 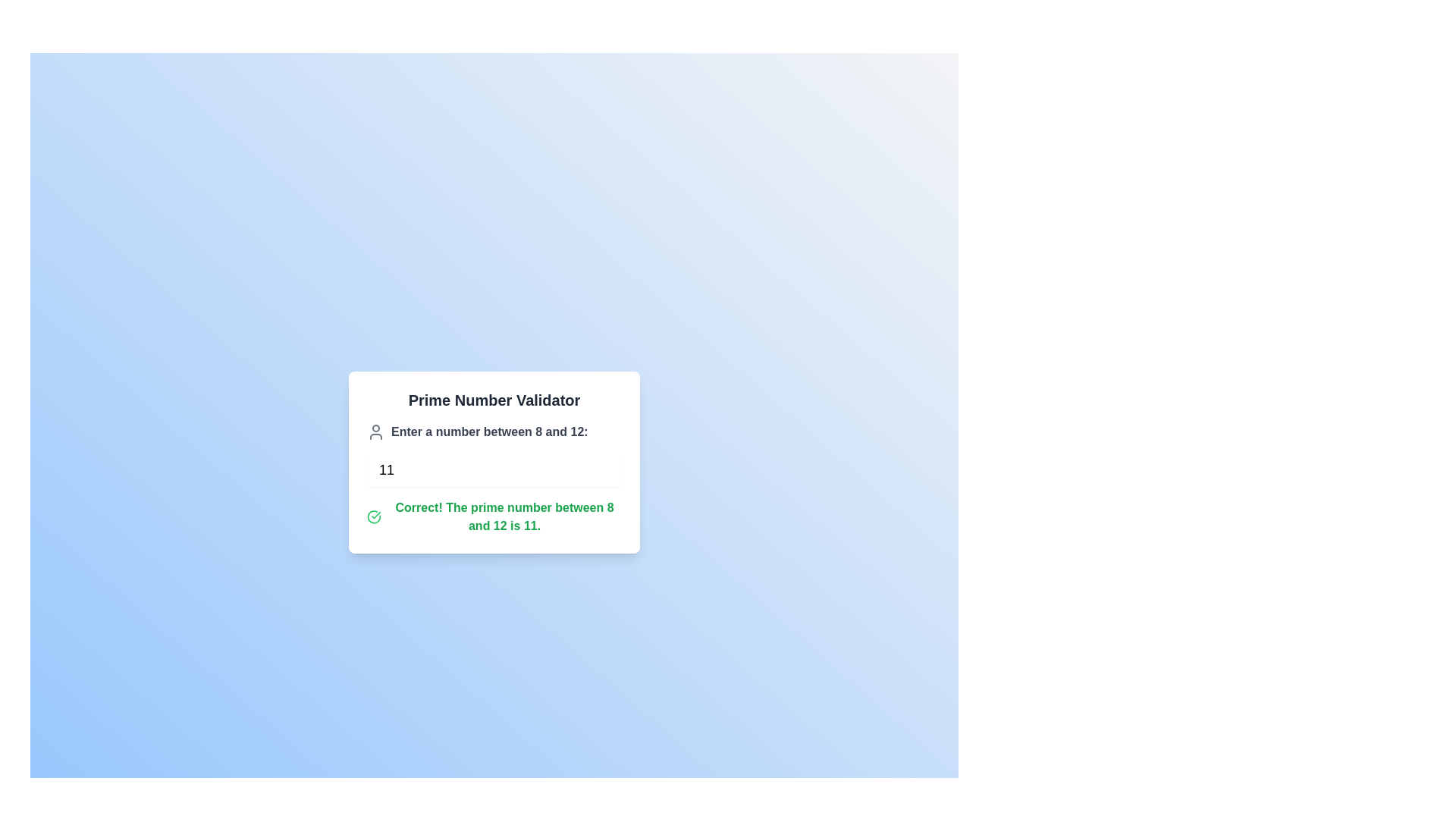 I want to click on the bold-text label displaying the instruction 'Enter a number between 8 and 12:' in the 'Prime Number Validator' section, so click(x=489, y=432).